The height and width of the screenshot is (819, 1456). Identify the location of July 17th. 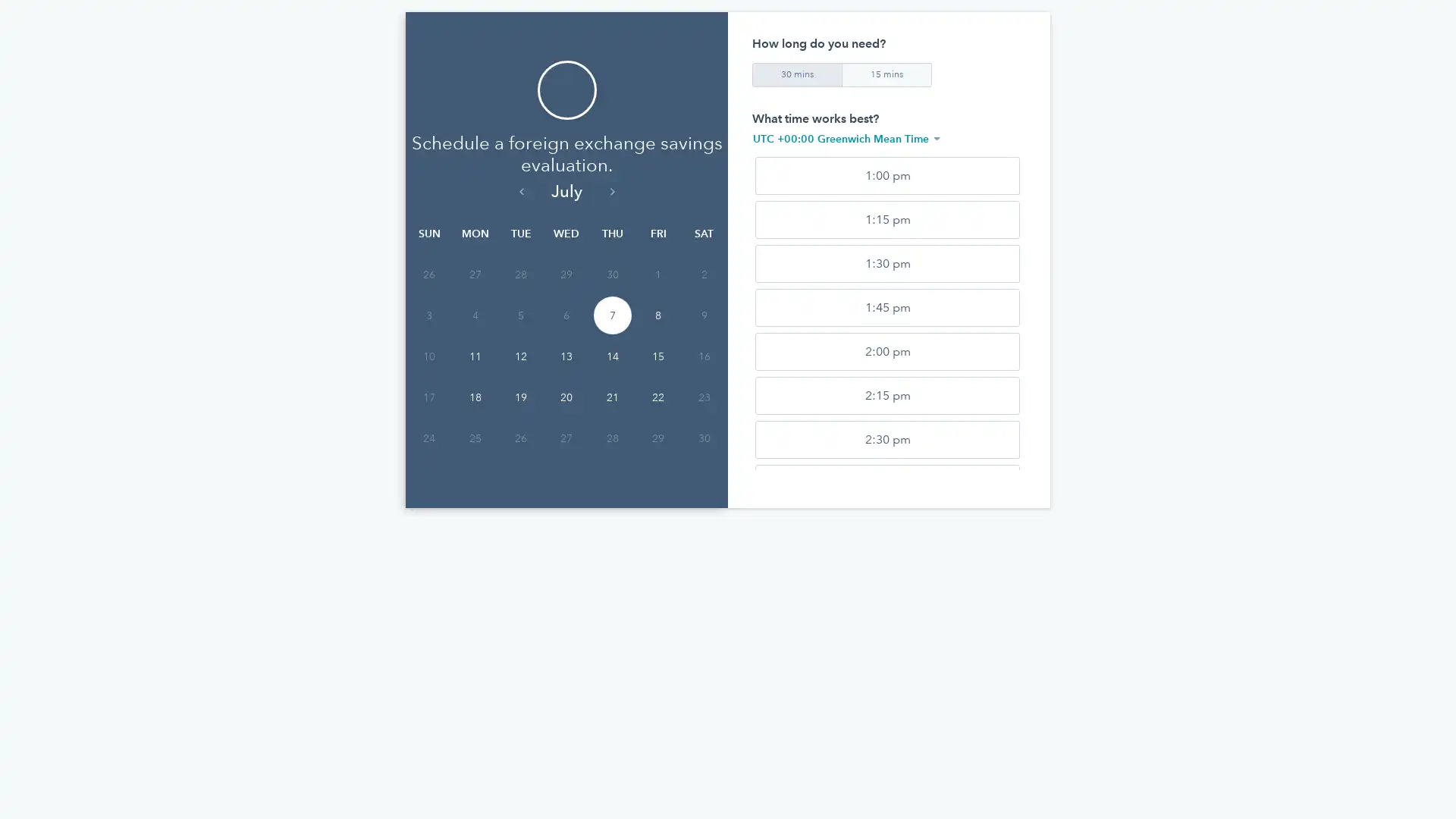
(428, 397).